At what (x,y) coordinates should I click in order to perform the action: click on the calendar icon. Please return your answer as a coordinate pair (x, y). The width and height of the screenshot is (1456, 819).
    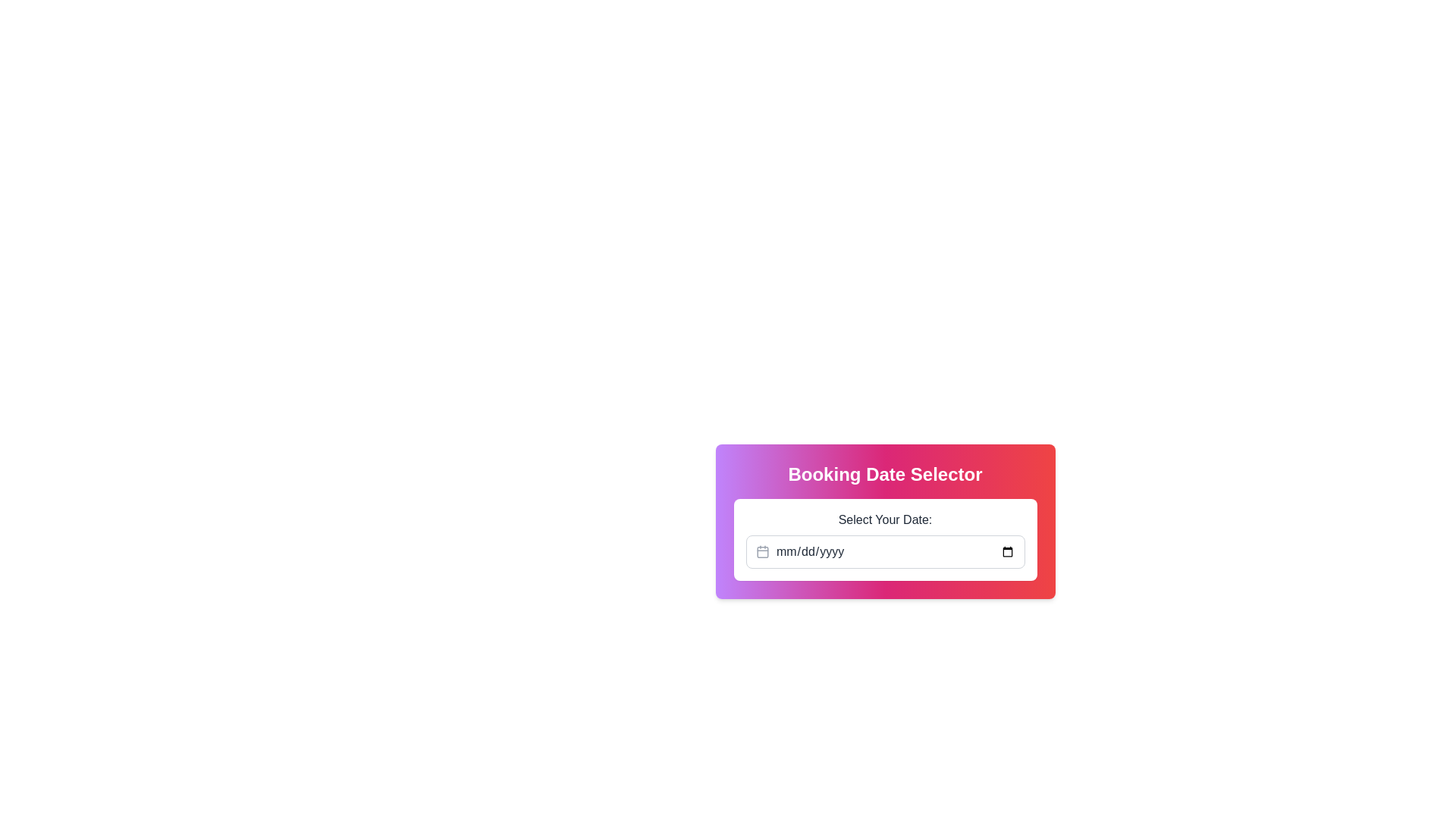
    Looking at the image, I should click on (762, 552).